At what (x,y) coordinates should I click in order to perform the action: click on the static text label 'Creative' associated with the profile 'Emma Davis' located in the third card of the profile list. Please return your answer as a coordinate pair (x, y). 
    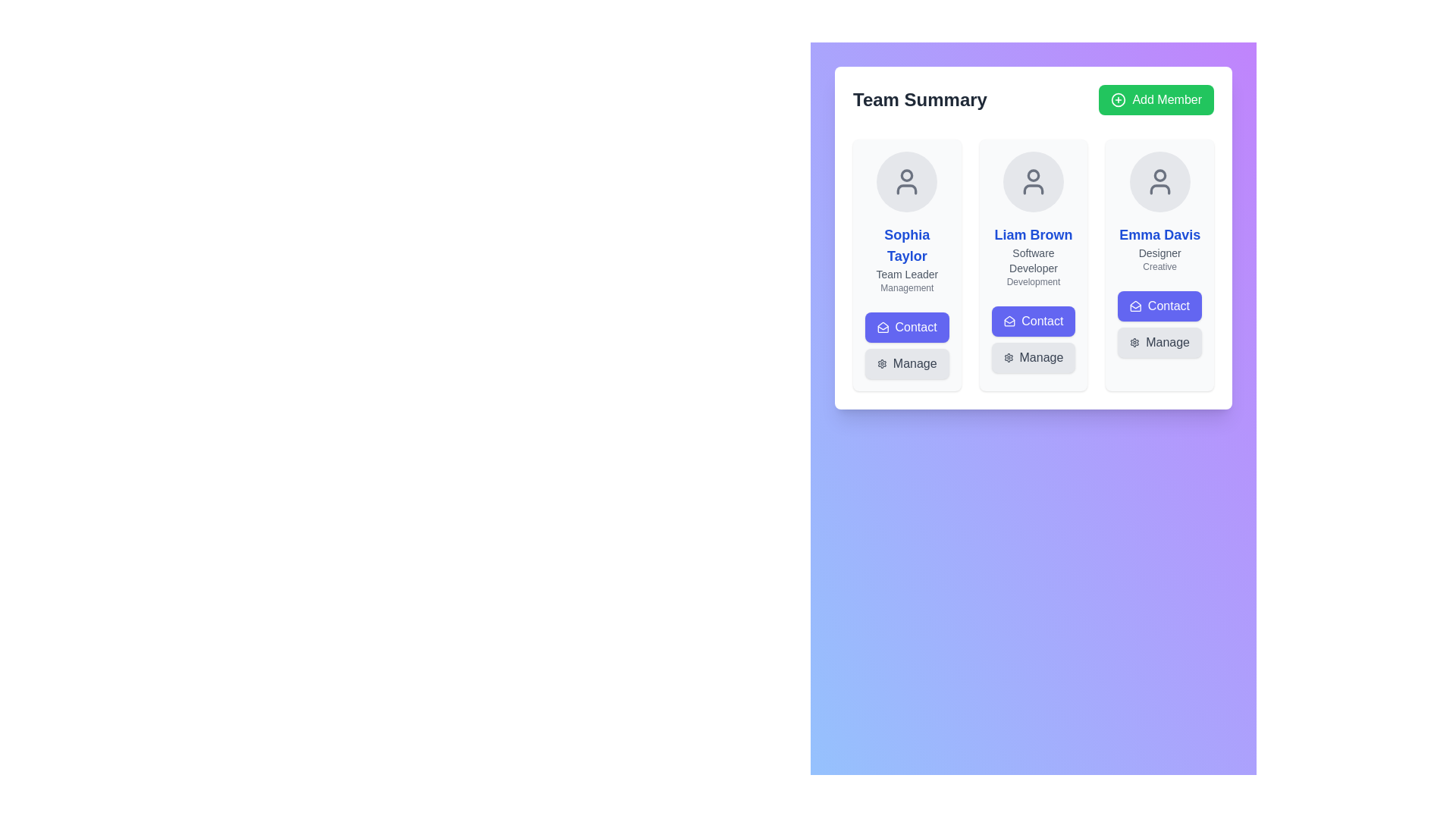
    Looking at the image, I should click on (1159, 265).